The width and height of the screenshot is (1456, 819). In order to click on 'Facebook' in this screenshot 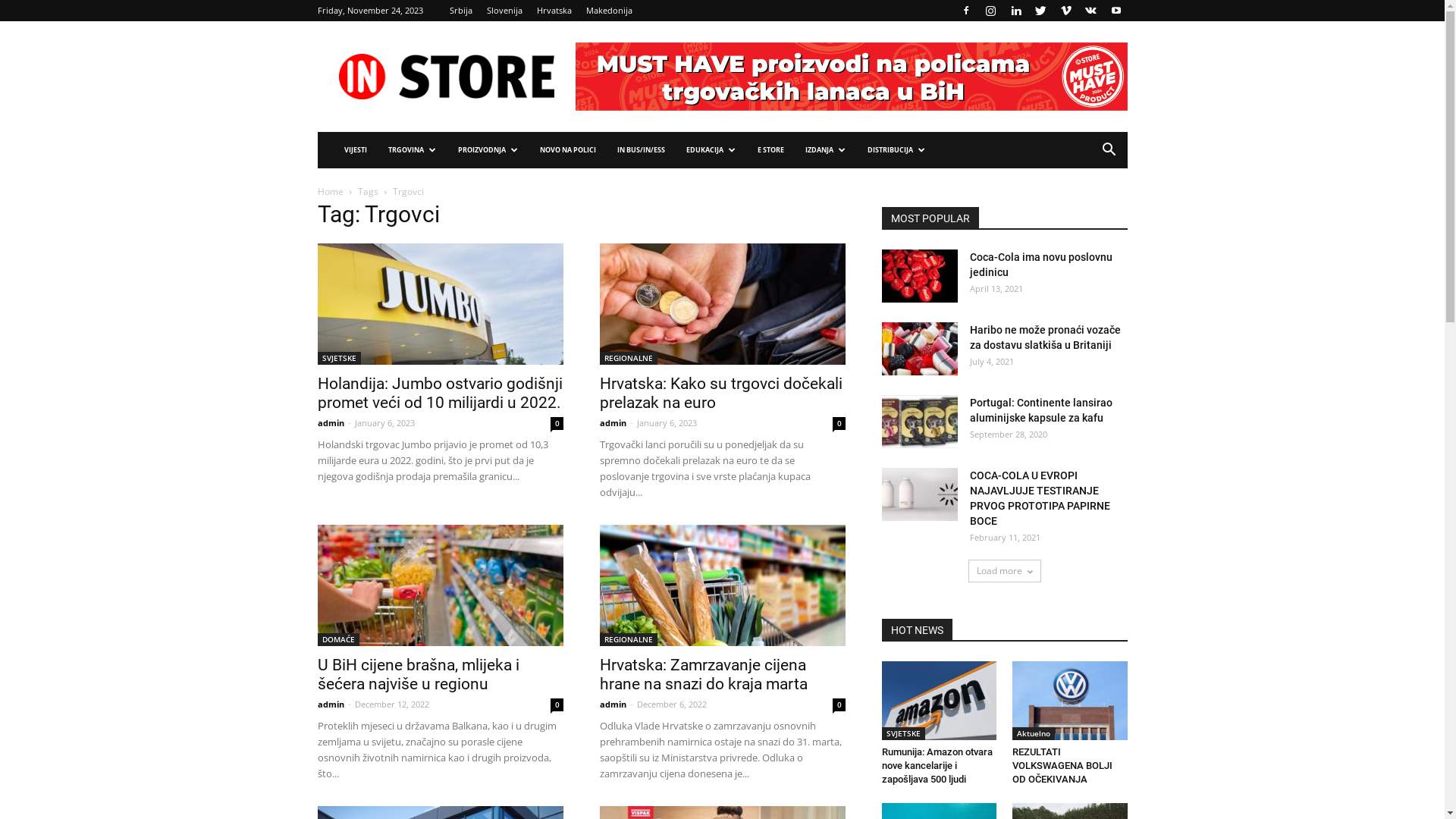, I will do `click(964, 11)`.